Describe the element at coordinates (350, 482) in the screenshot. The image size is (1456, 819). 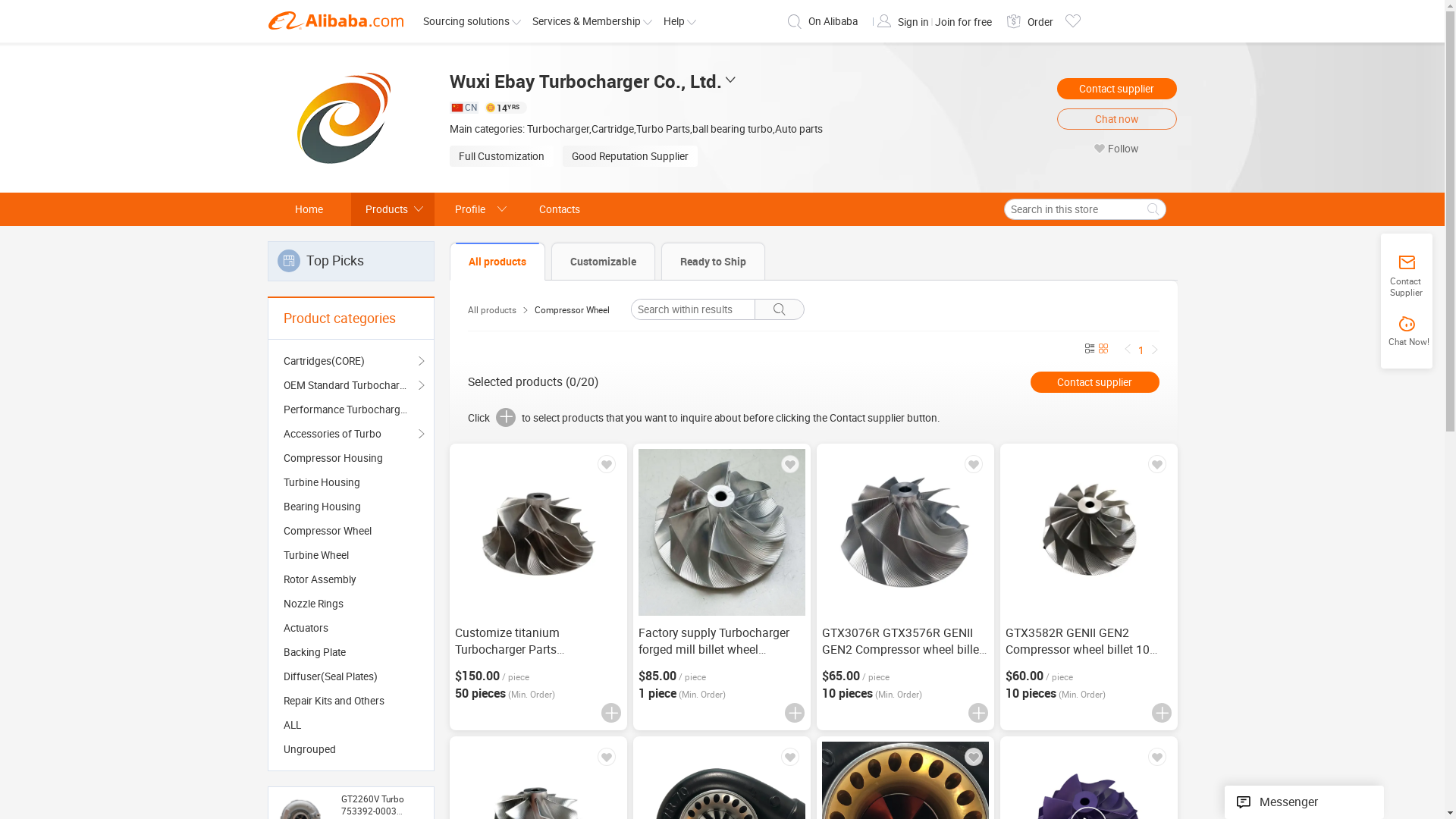
I see `'Turbine Housing'` at that location.